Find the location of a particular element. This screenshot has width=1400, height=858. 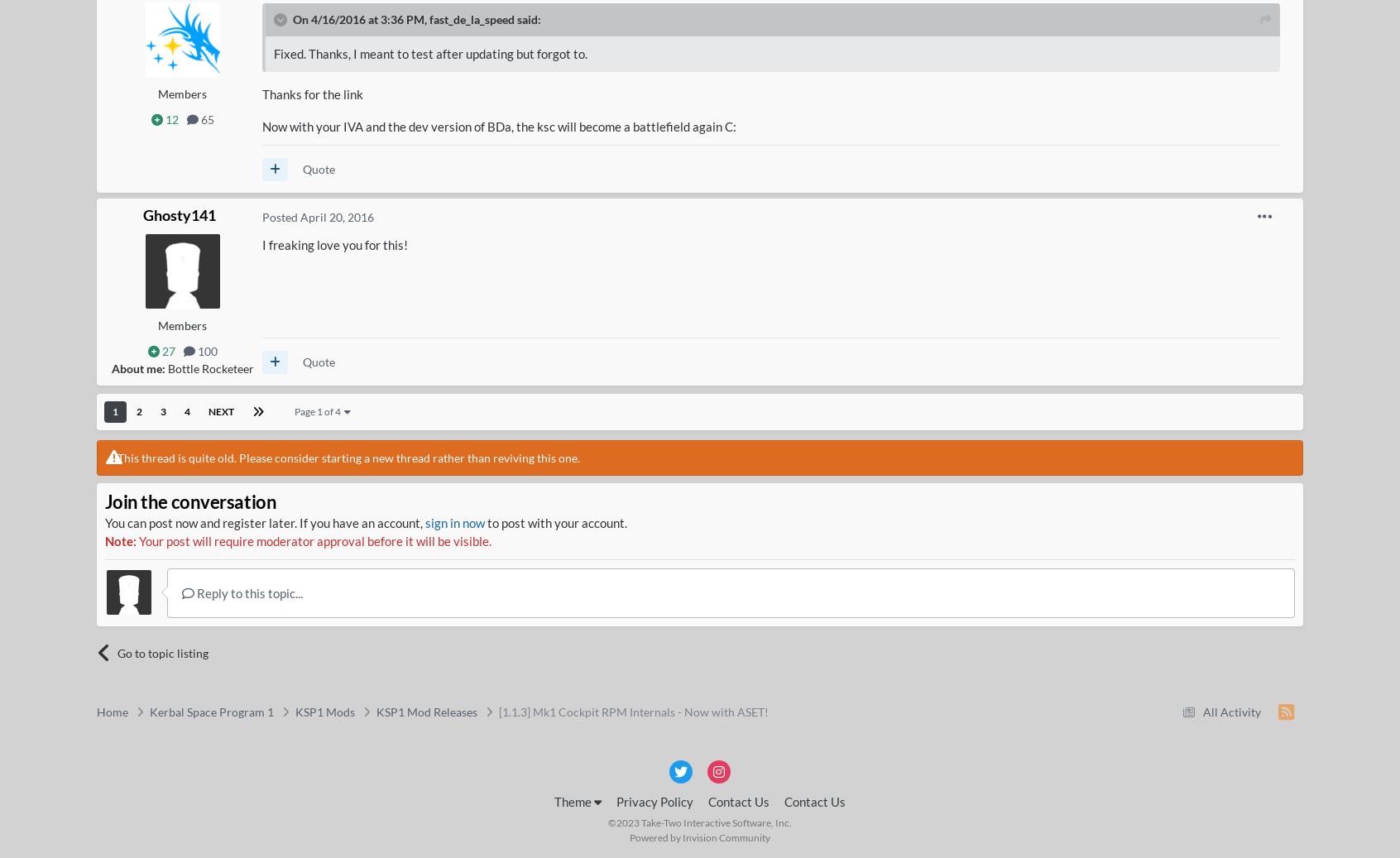

'KSP1 Mod Releases' is located at coordinates (427, 712).